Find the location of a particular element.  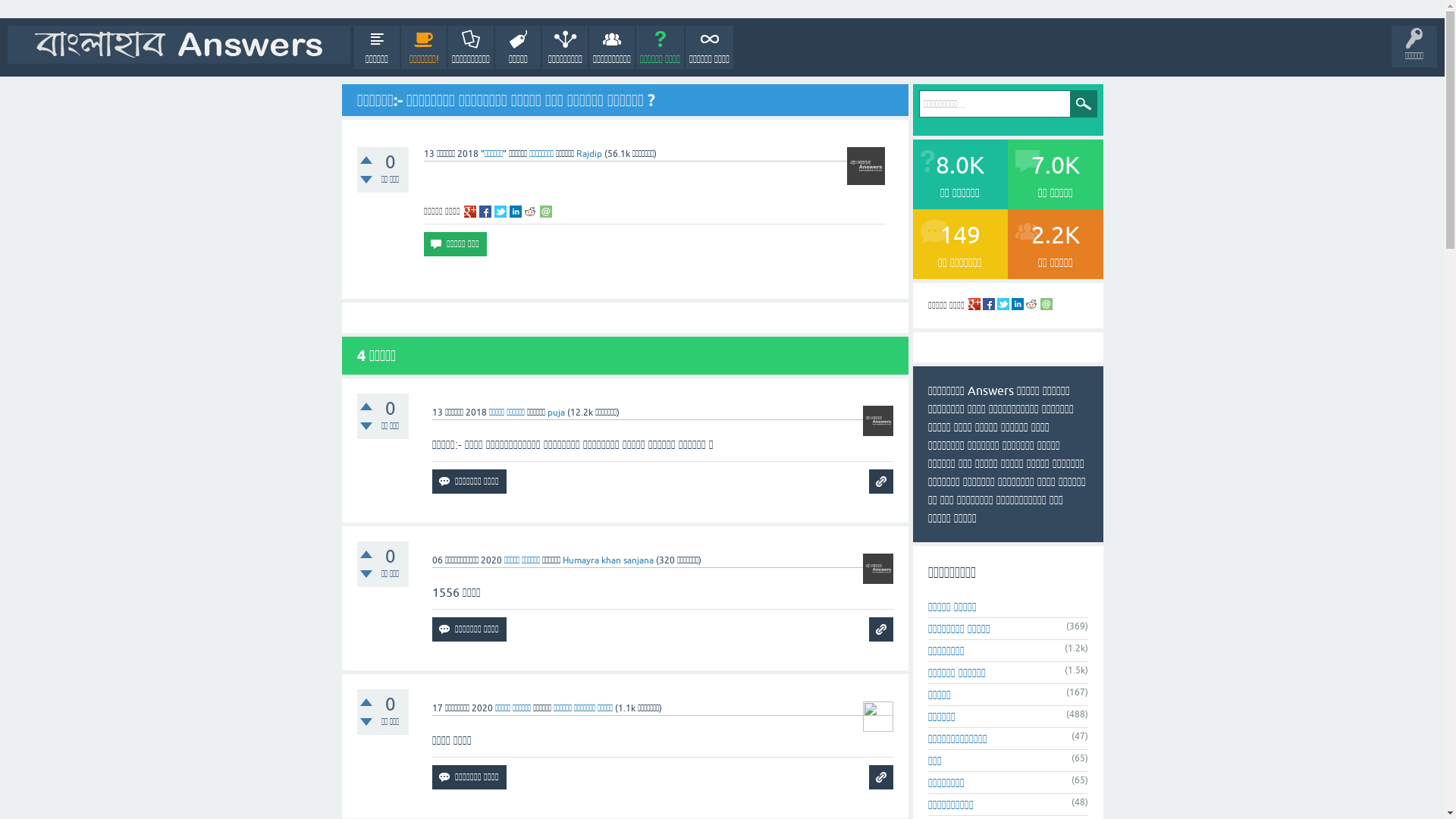

'share on tw' is located at coordinates (500, 211).